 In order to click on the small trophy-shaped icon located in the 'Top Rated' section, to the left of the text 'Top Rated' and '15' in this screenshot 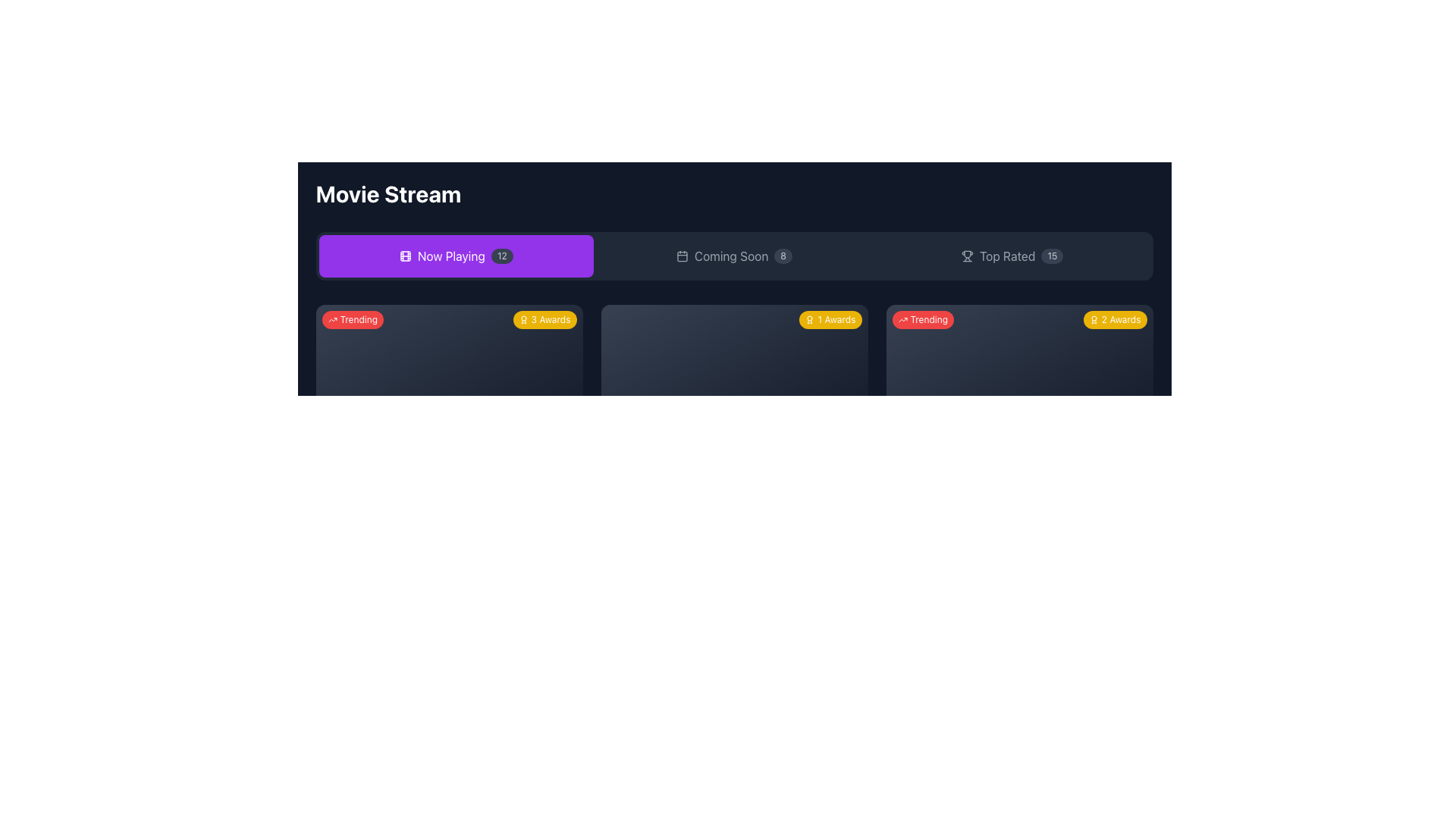, I will do `click(967, 256)`.